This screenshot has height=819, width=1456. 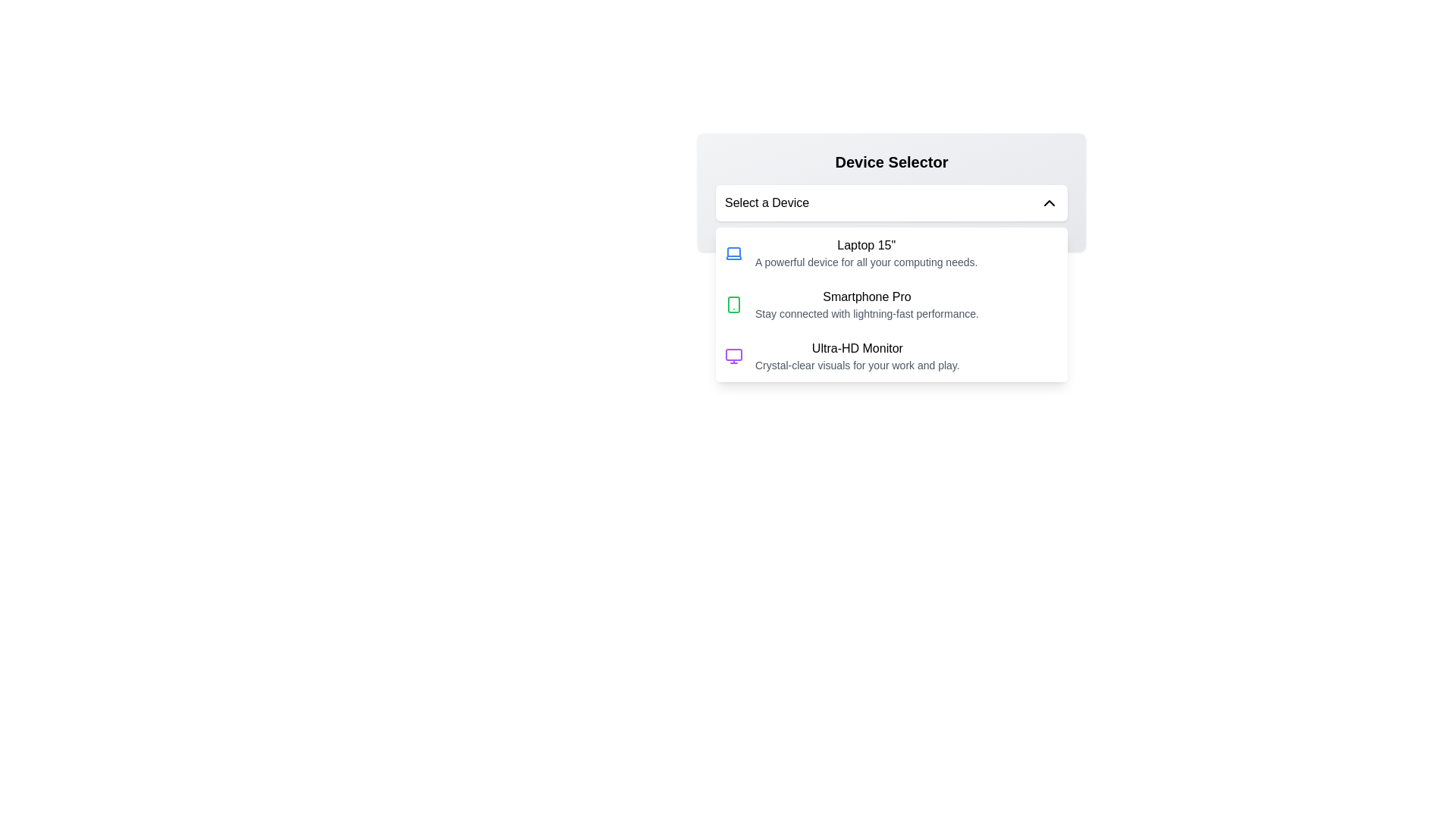 What do you see at coordinates (857, 348) in the screenshot?
I see `the text label reading 'Ultra-HD Monitor' which is located in the 'Device Selector' dropdown, above the description 'Crystal-clear visuals for your work and play.'` at bounding box center [857, 348].